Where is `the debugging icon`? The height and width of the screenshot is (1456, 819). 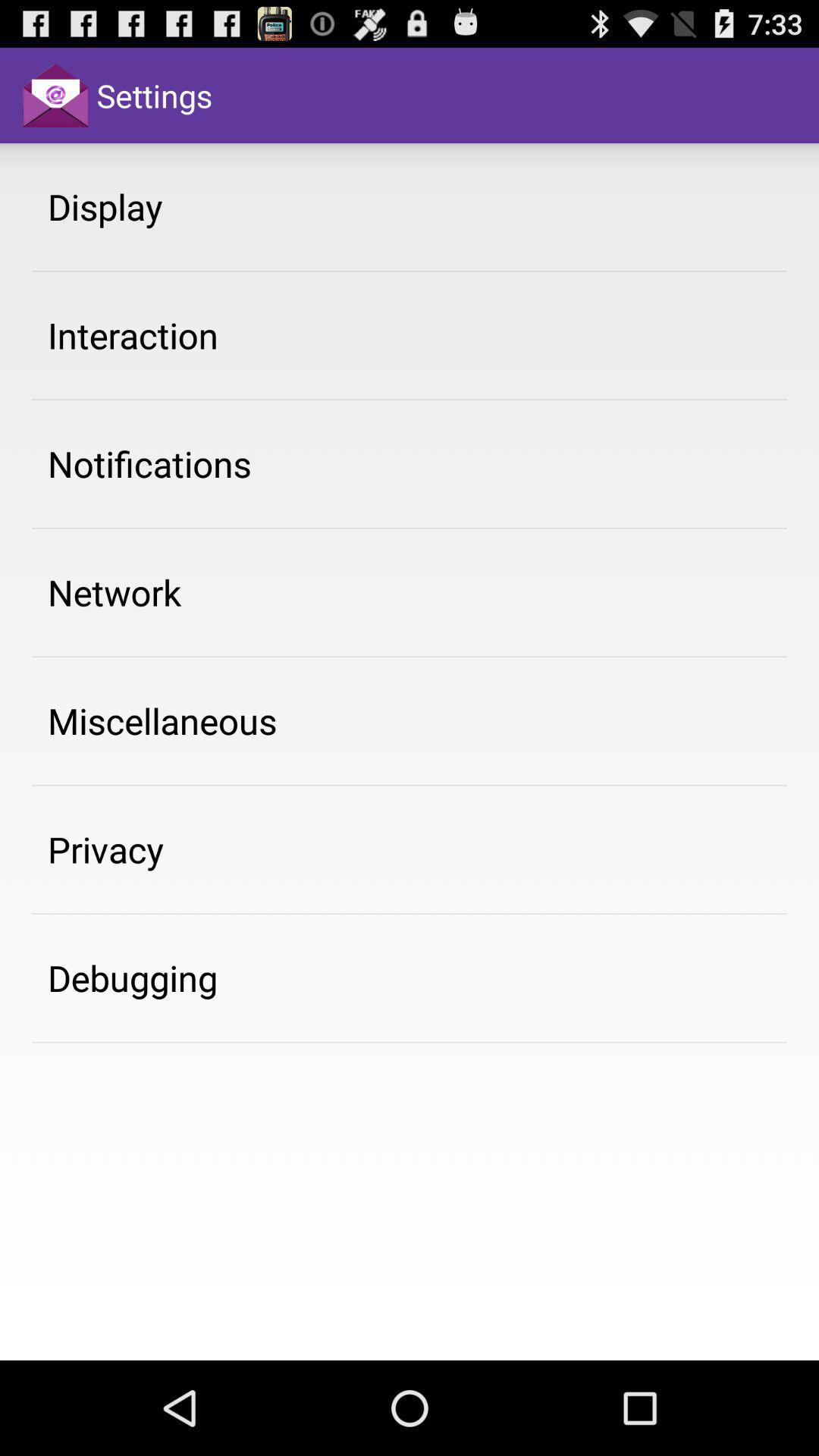
the debugging icon is located at coordinates (132, 977).